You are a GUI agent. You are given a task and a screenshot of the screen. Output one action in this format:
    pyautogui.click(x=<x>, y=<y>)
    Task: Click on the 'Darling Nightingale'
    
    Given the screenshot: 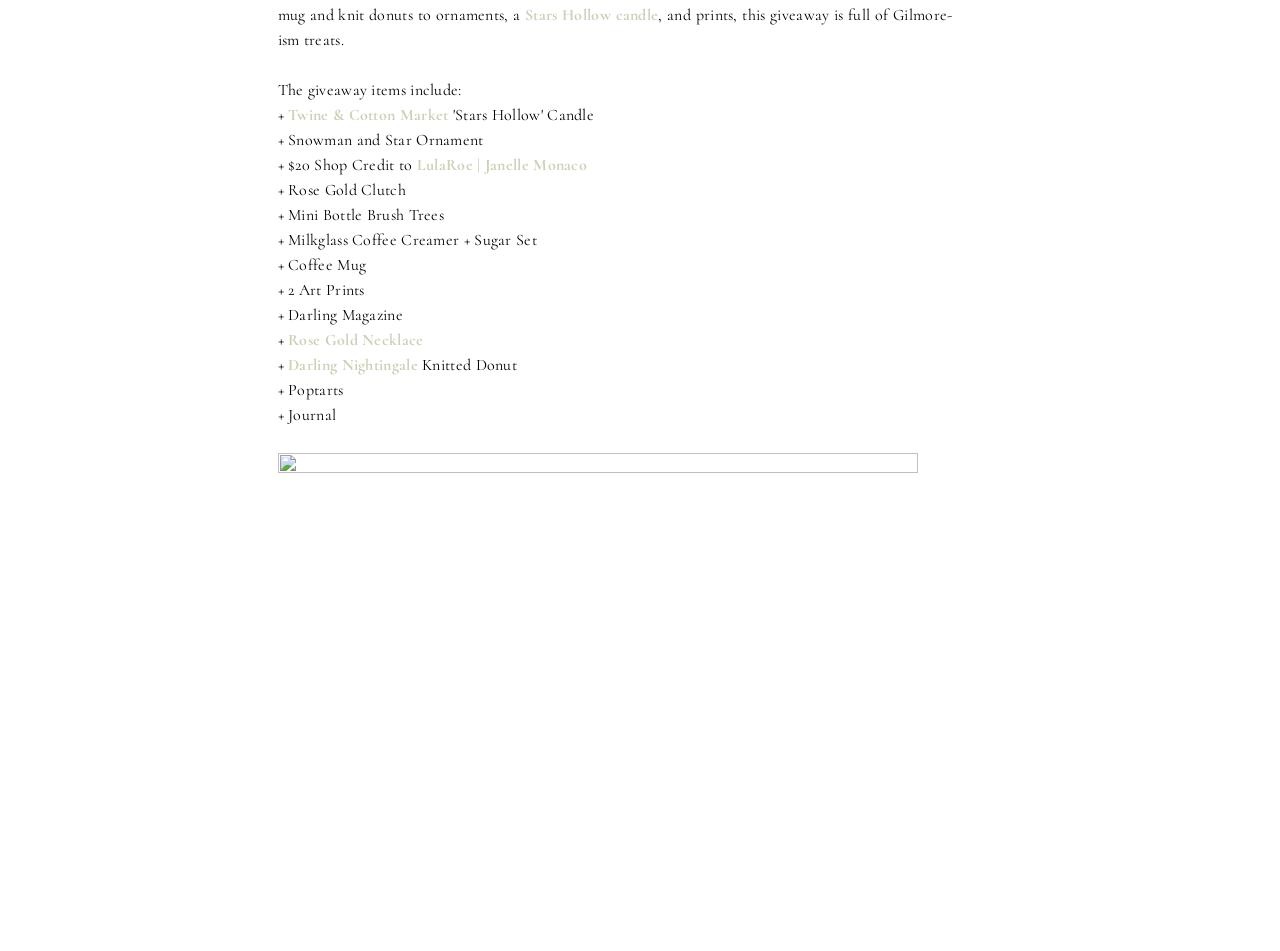 What is the action you would take?
    pyautogui.click(x=287, y=364)
    